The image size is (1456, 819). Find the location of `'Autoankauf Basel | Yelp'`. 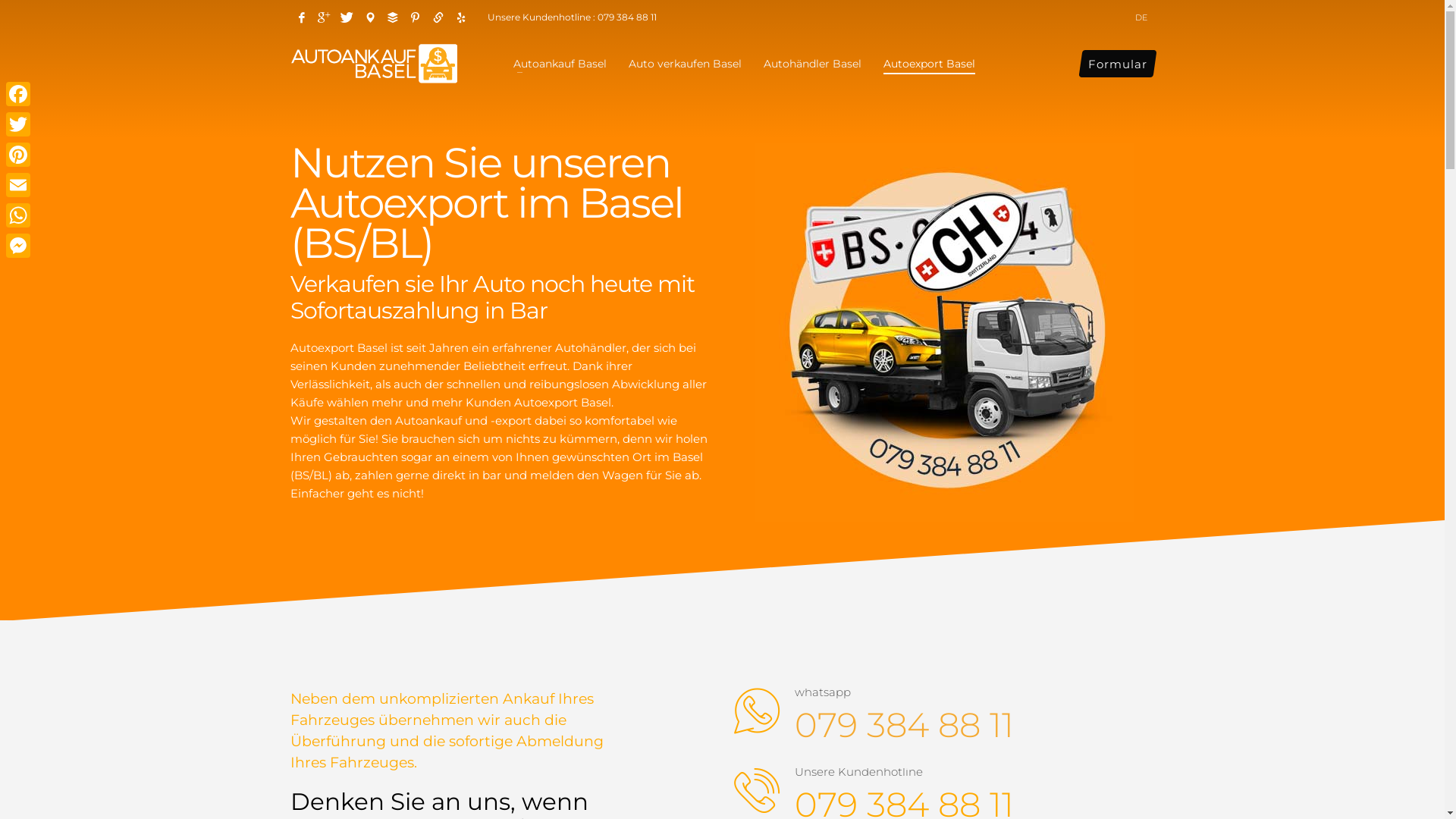

'Autoankauf Basel | Yelp' is located at coordinates (447, 17).